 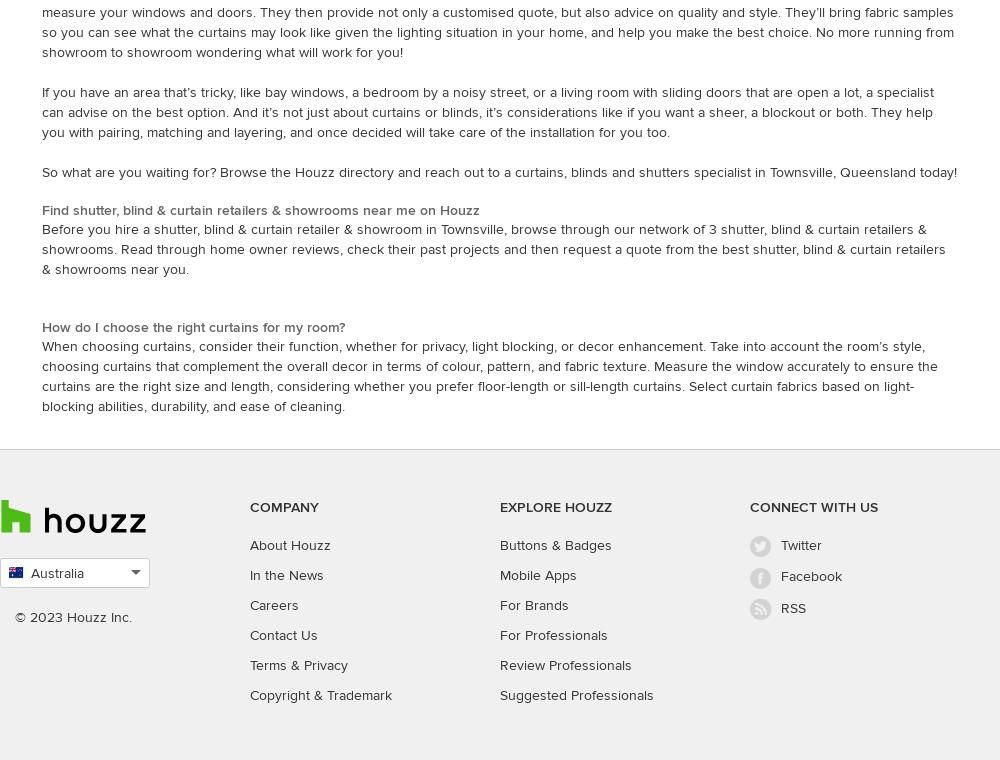 I want to click on 'Before you hire a shutter, blind & curtain retailer & showroom in Townsville, browse through our network of 3 shutter, blind & curtain retailers & showrooms. Read through home owner reviews, check their past projects and then request a quote from the best shutter, blind & curtain retailers & showrooms near you.', so click(x=493, y=247).